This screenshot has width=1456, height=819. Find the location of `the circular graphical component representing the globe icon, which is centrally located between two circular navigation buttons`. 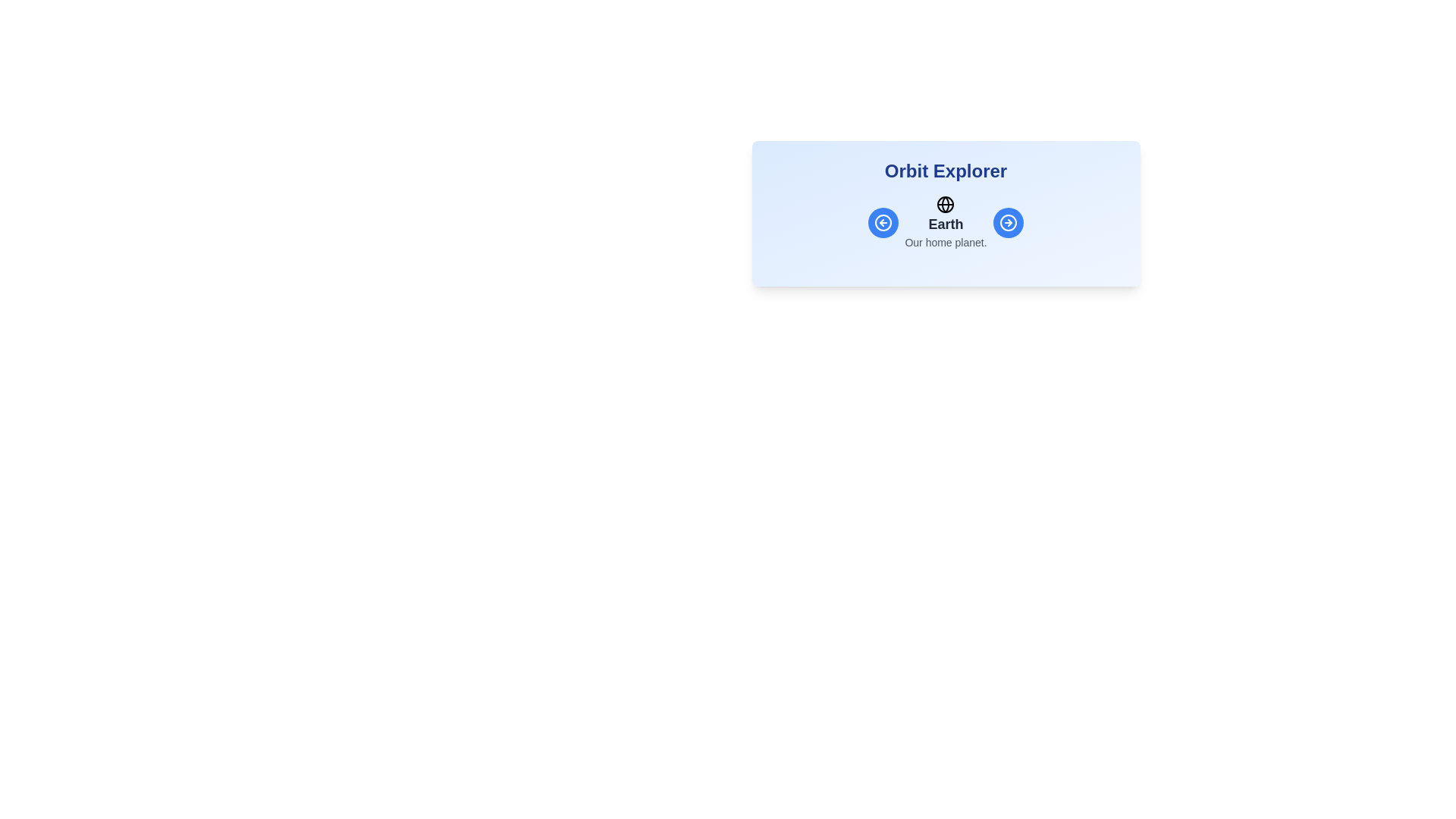

the circular graphical component representing the globe icon, which is centrally located between two circular navigation buttons is located at coordinates (945, 205).